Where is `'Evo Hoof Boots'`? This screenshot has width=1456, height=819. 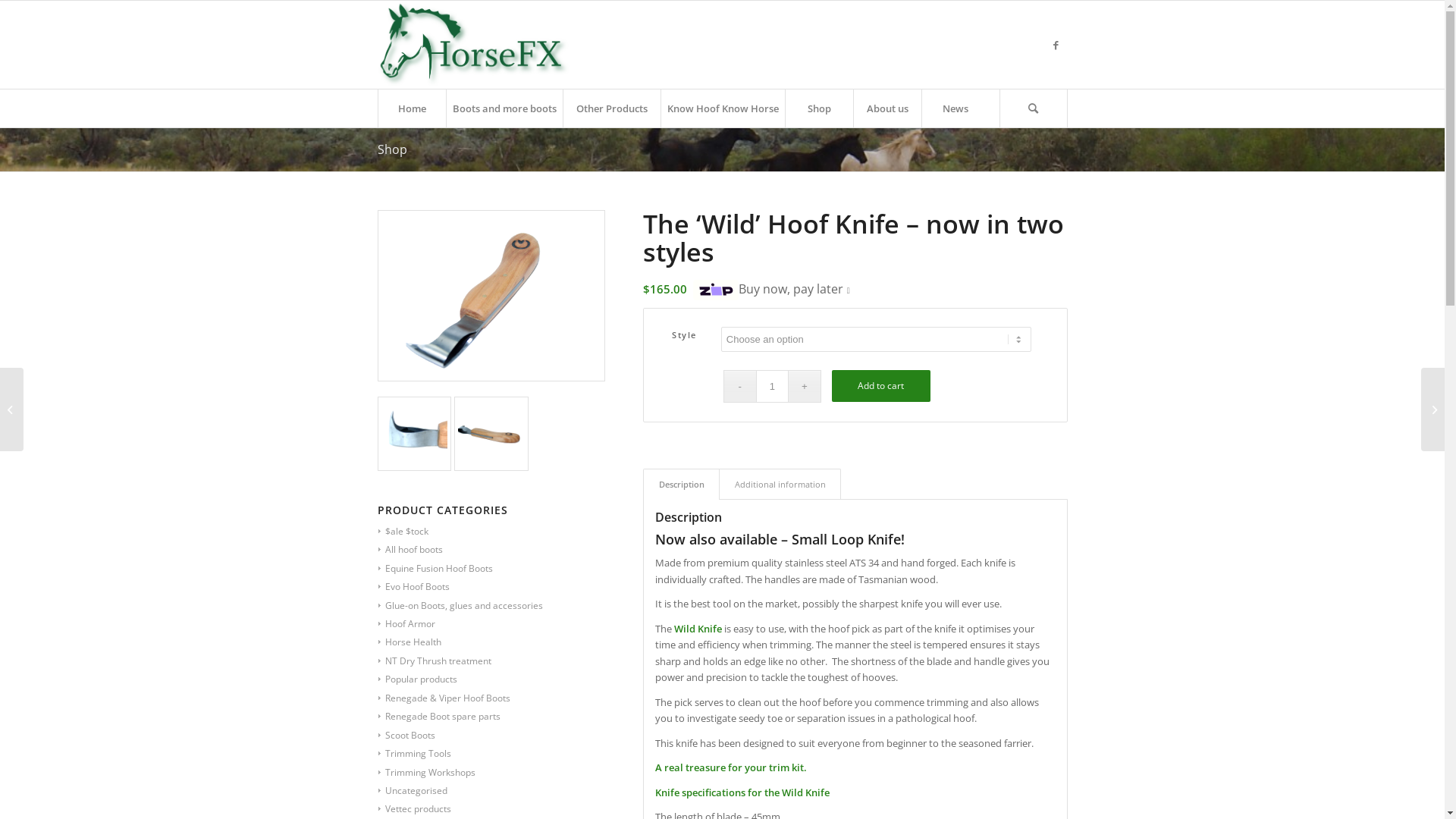
'Evo Hoof Boots' is located at coordinates (413, 585).